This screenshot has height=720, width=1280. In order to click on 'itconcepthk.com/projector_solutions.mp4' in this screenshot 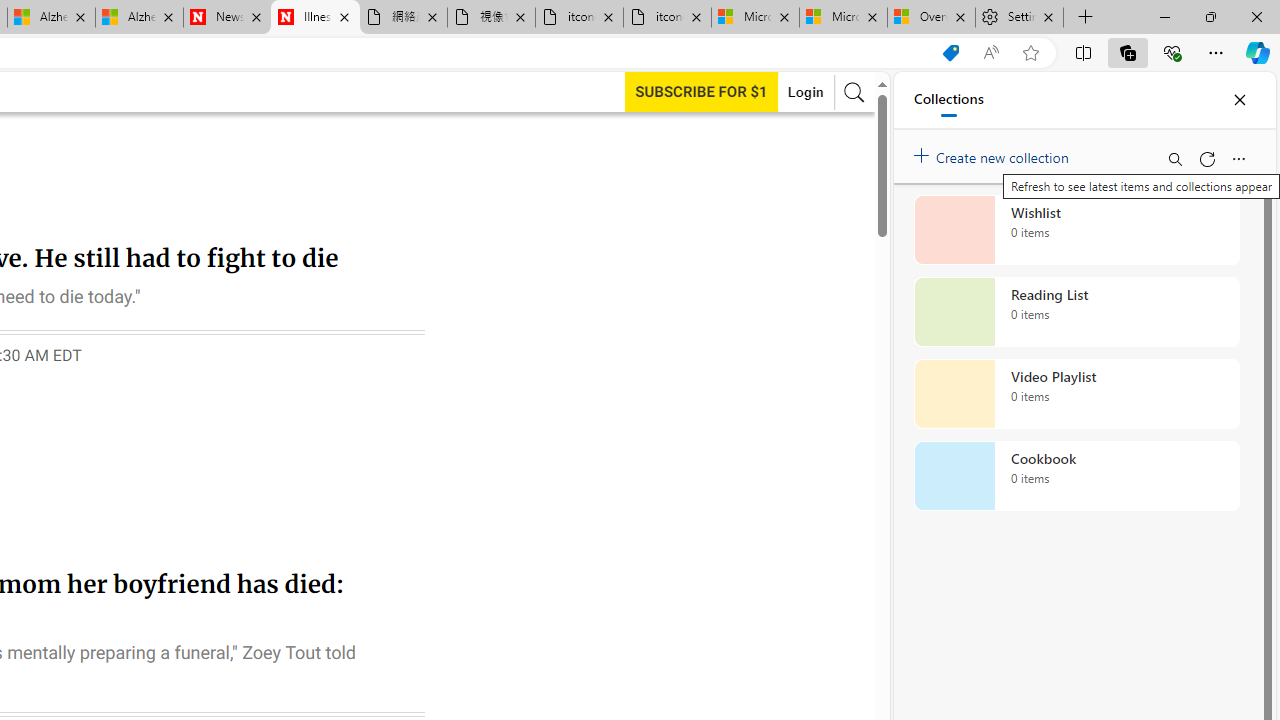, I will do `click(666, 17)`.